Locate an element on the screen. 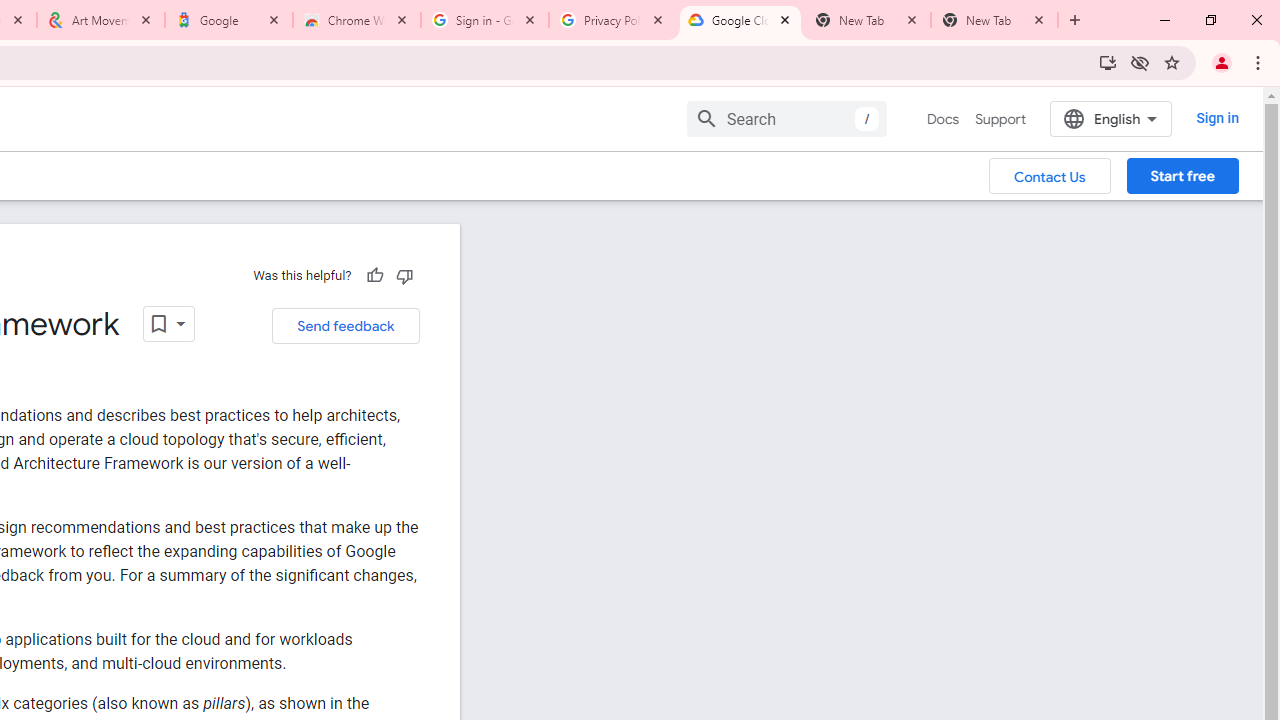  'Not helpful' is located at coordinates (403, 275).